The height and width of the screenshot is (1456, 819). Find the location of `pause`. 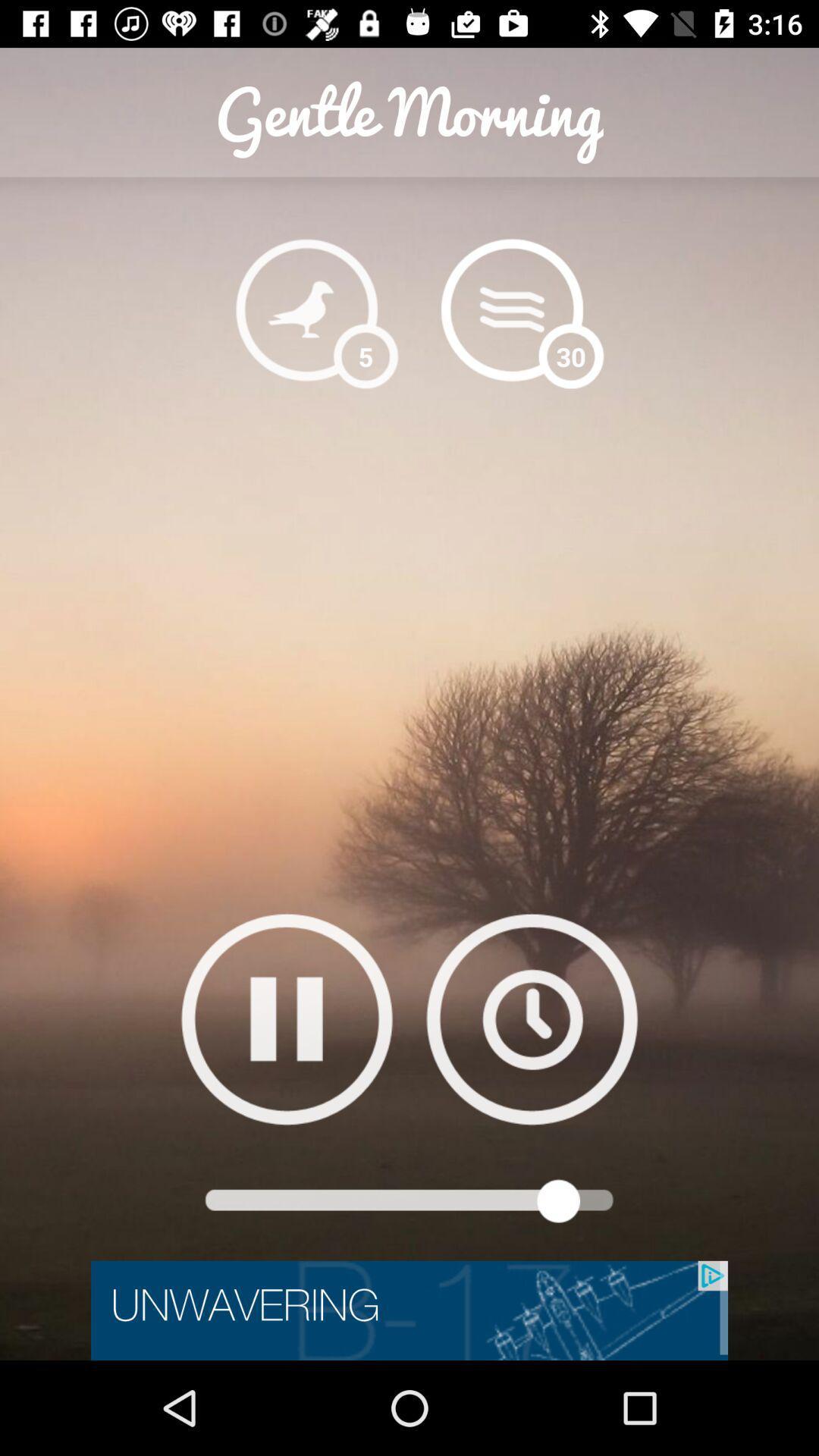

pause is located at coordinates (287, 1018).